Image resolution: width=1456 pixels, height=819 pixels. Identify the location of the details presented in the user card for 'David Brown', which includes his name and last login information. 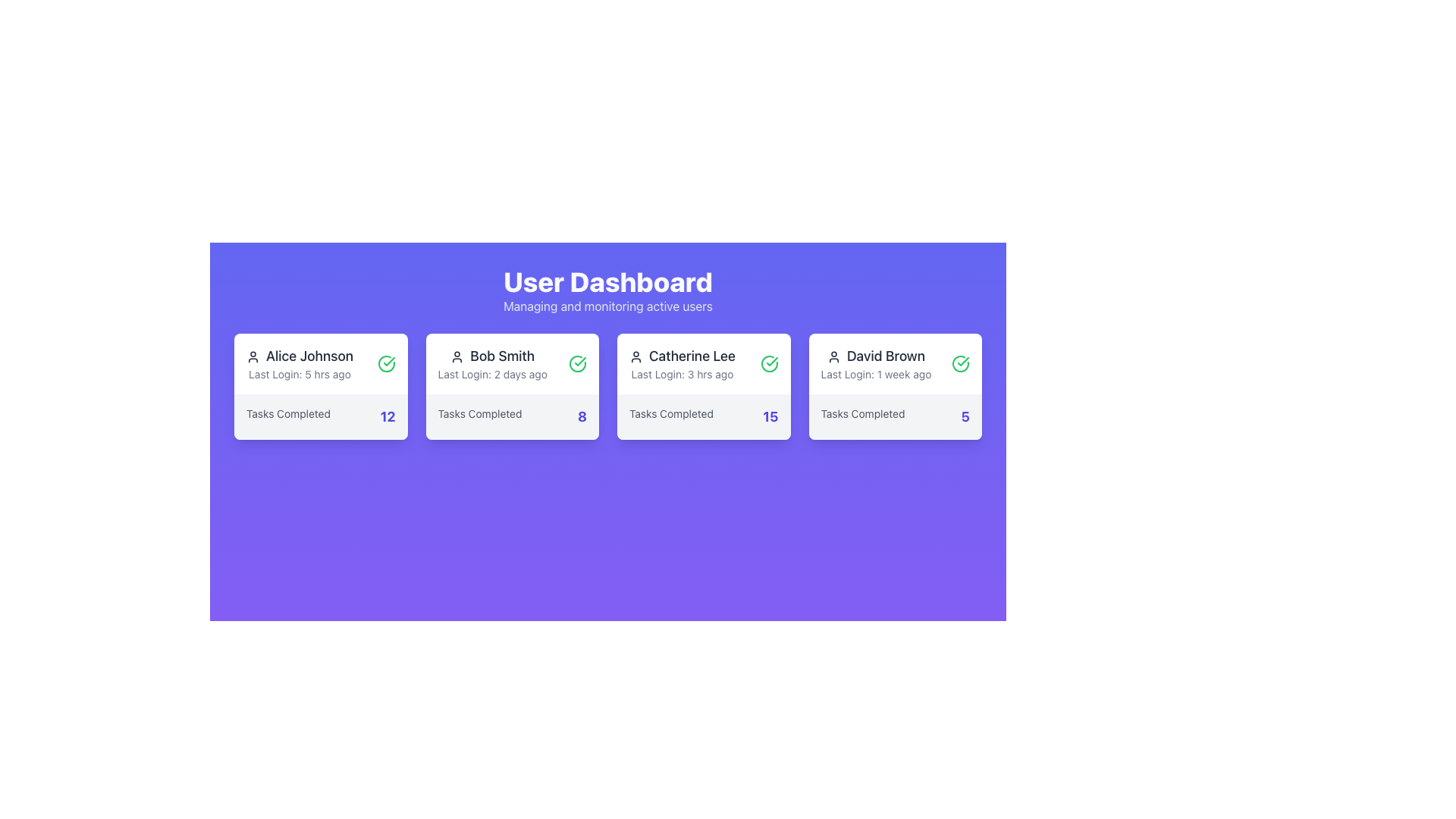
(895, 363).